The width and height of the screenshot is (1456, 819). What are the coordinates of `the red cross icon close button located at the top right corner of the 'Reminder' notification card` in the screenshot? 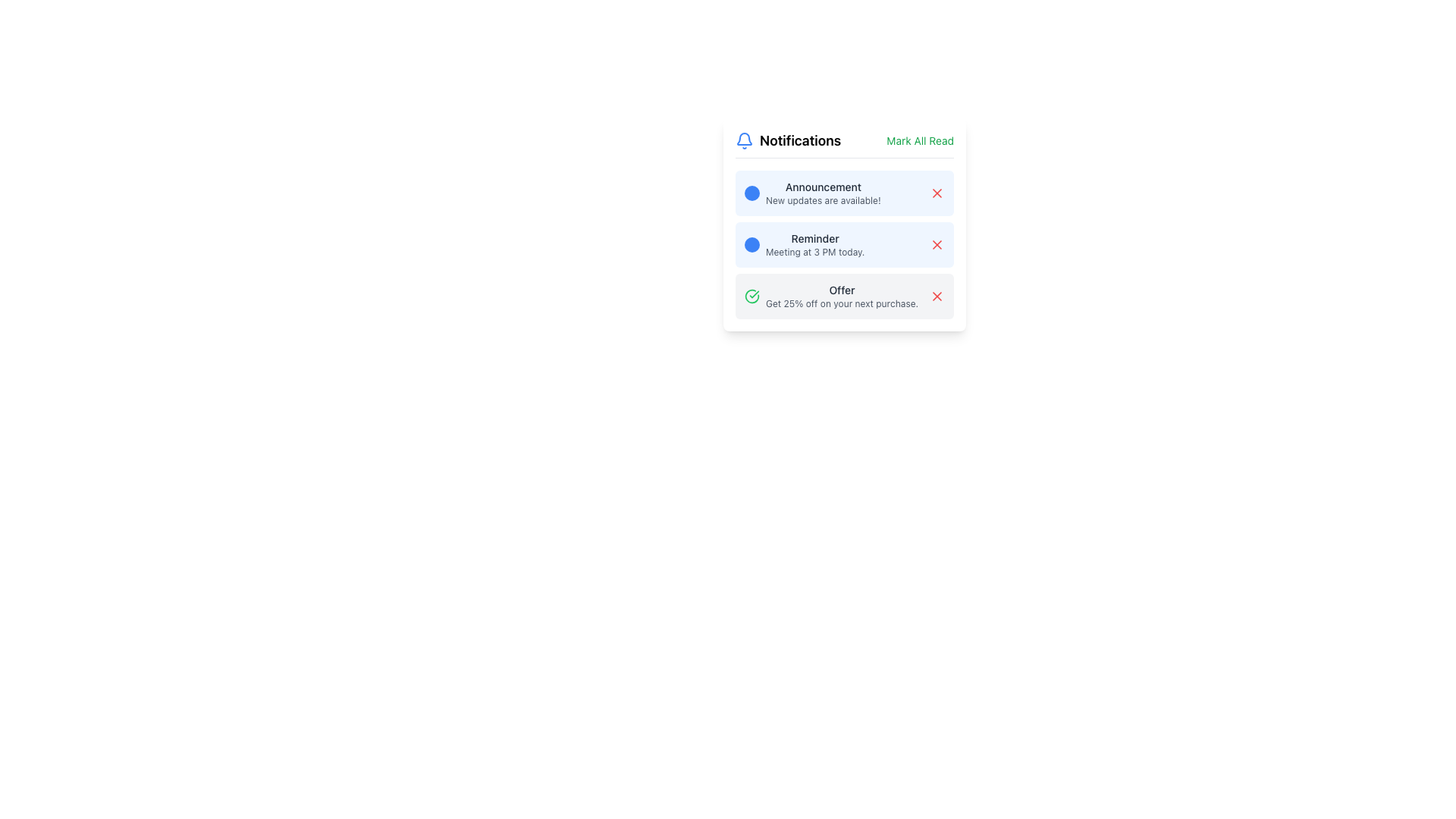 It's located at (937, 244).